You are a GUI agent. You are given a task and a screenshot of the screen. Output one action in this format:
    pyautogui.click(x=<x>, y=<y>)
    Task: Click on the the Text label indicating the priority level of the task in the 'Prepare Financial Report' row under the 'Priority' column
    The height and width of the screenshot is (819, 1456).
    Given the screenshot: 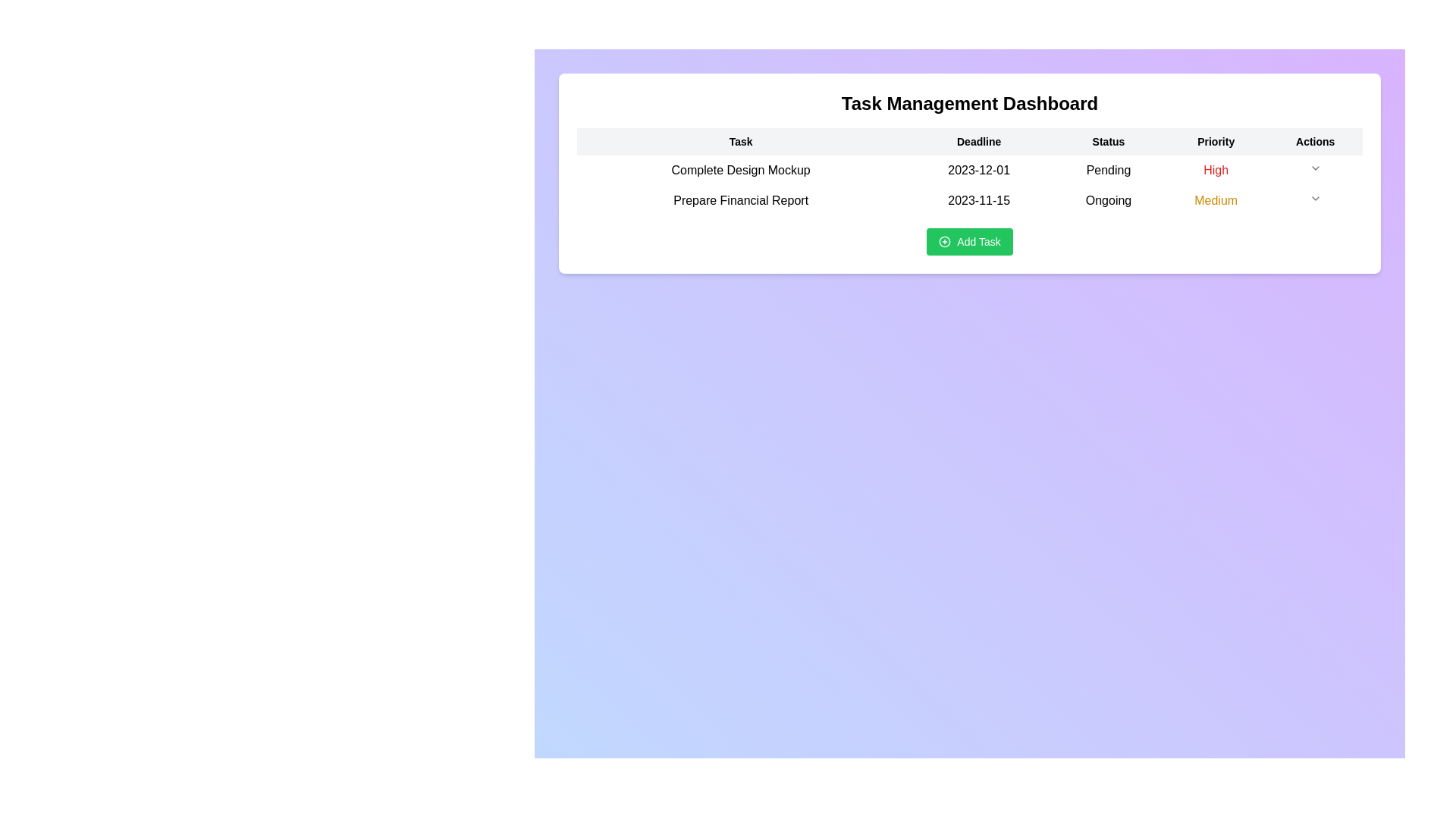 What is the action you would take?
    pyautogui.click(x=1216, y=200)
    